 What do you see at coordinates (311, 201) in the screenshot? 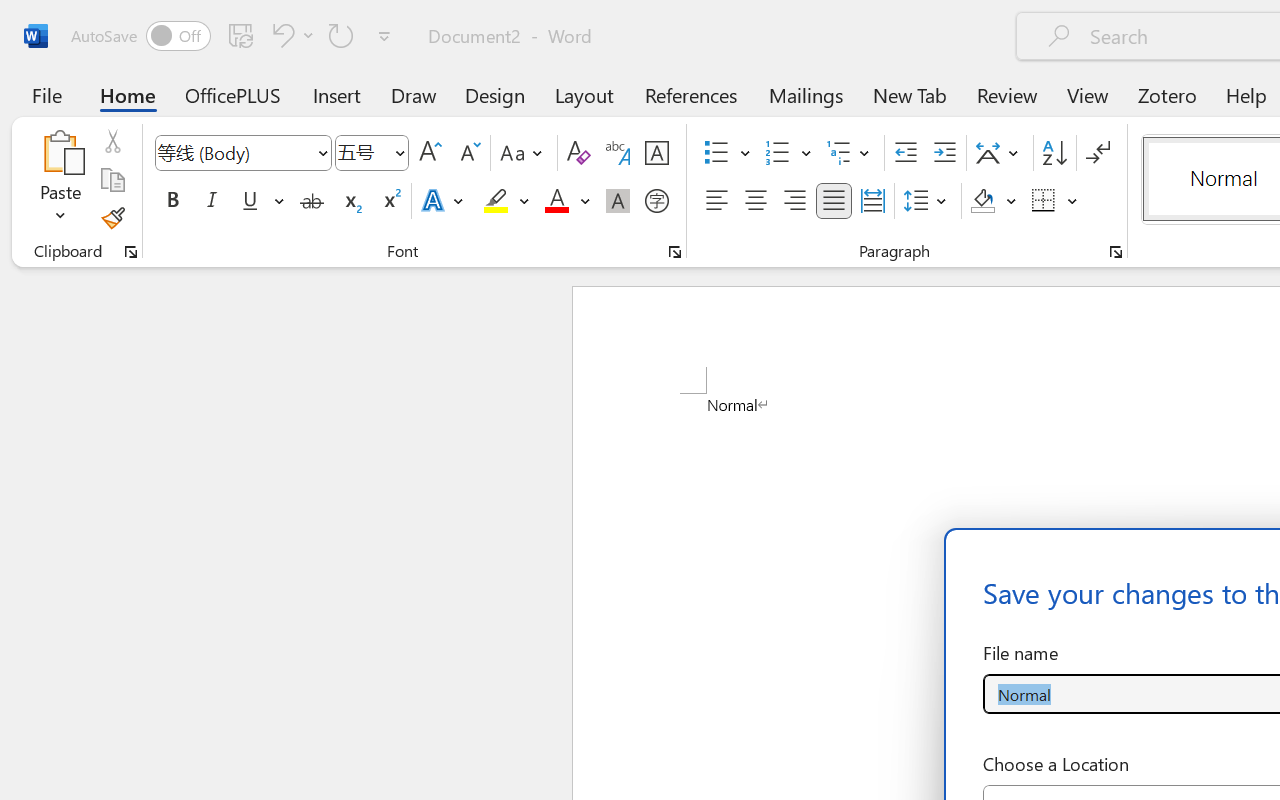
I see `'Strikethrough'` at bounding box center [311, 201].